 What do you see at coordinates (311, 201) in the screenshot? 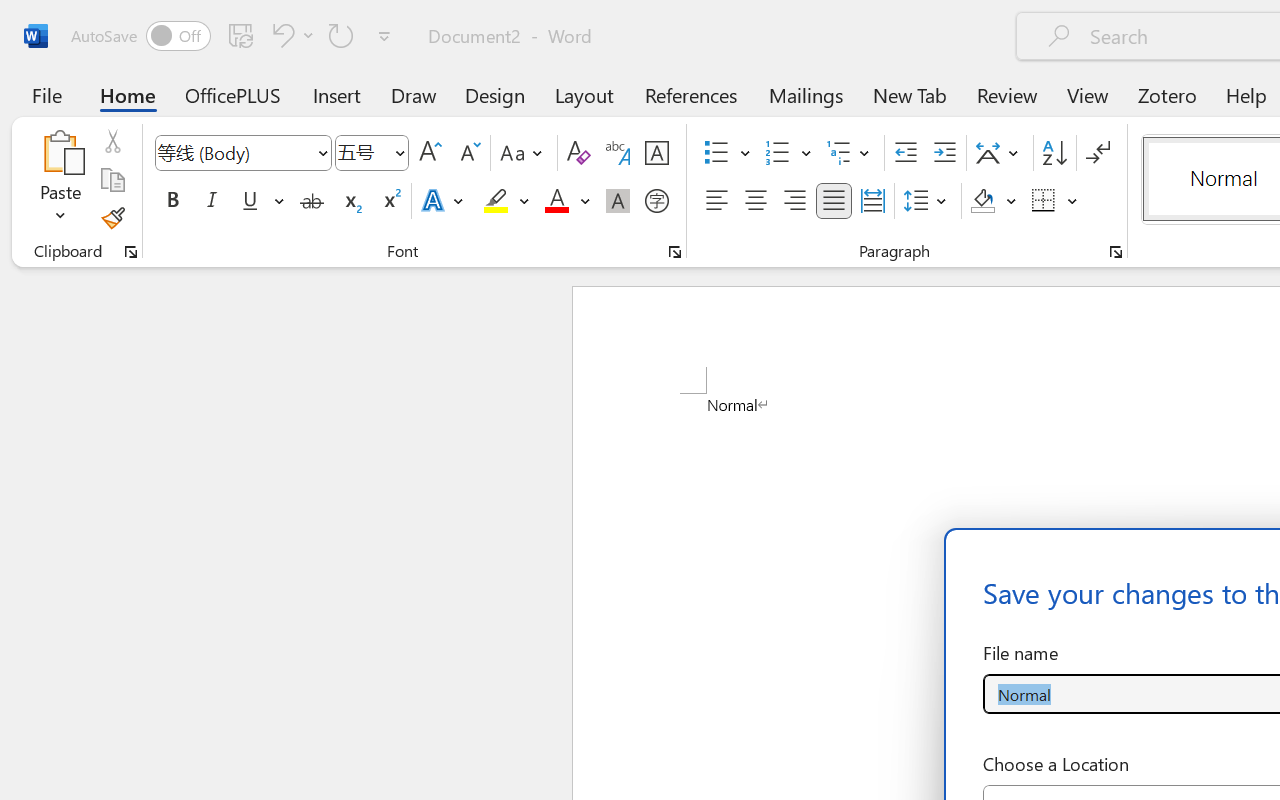
I see `'Strikethrough'` at bounding box center [311, 201].